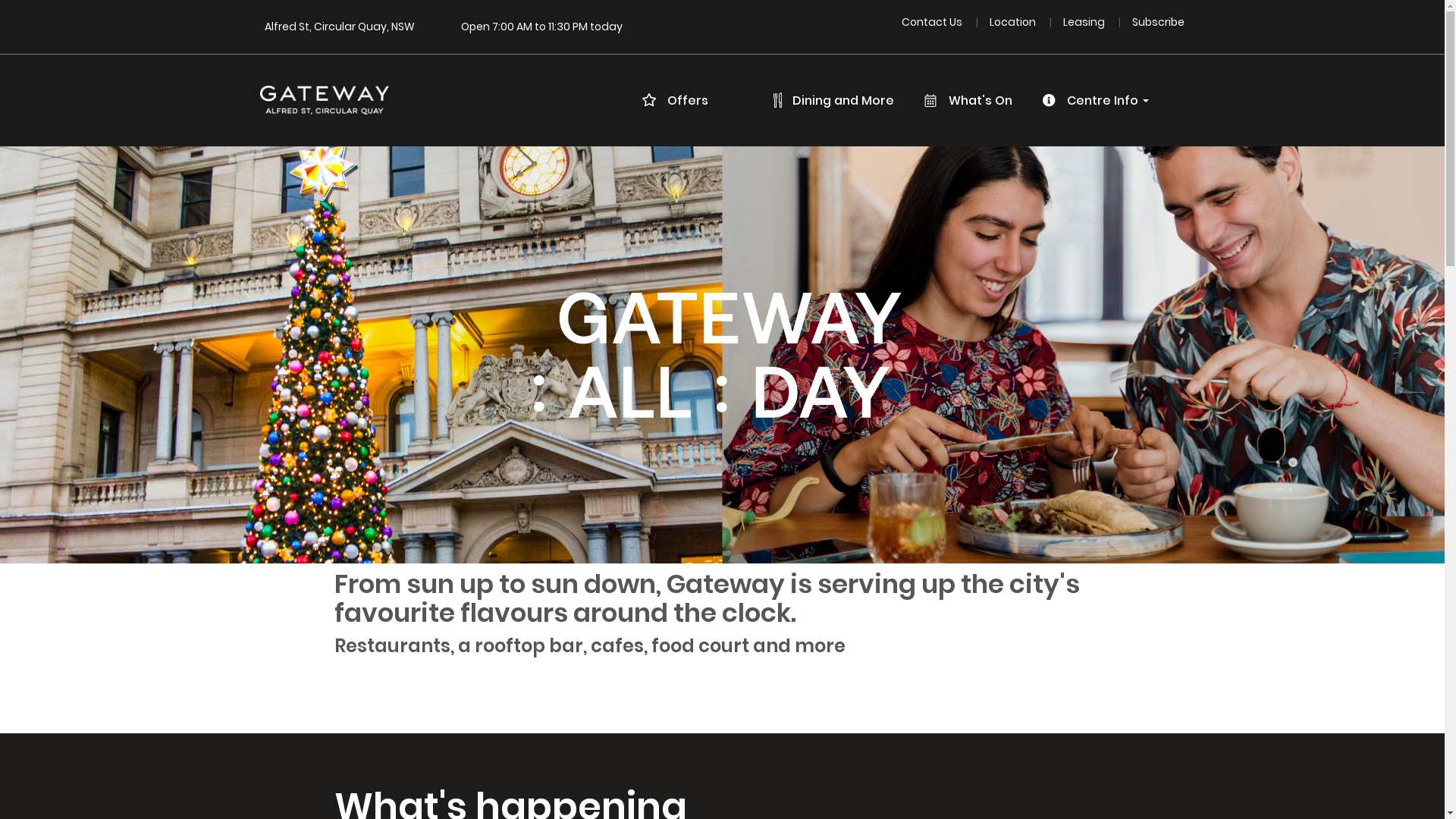  Describe the element at coordinates (590, 645) in the screenshot. I see `'Restaurants, a rooftop bar, cafes, food court and more'` at that location.